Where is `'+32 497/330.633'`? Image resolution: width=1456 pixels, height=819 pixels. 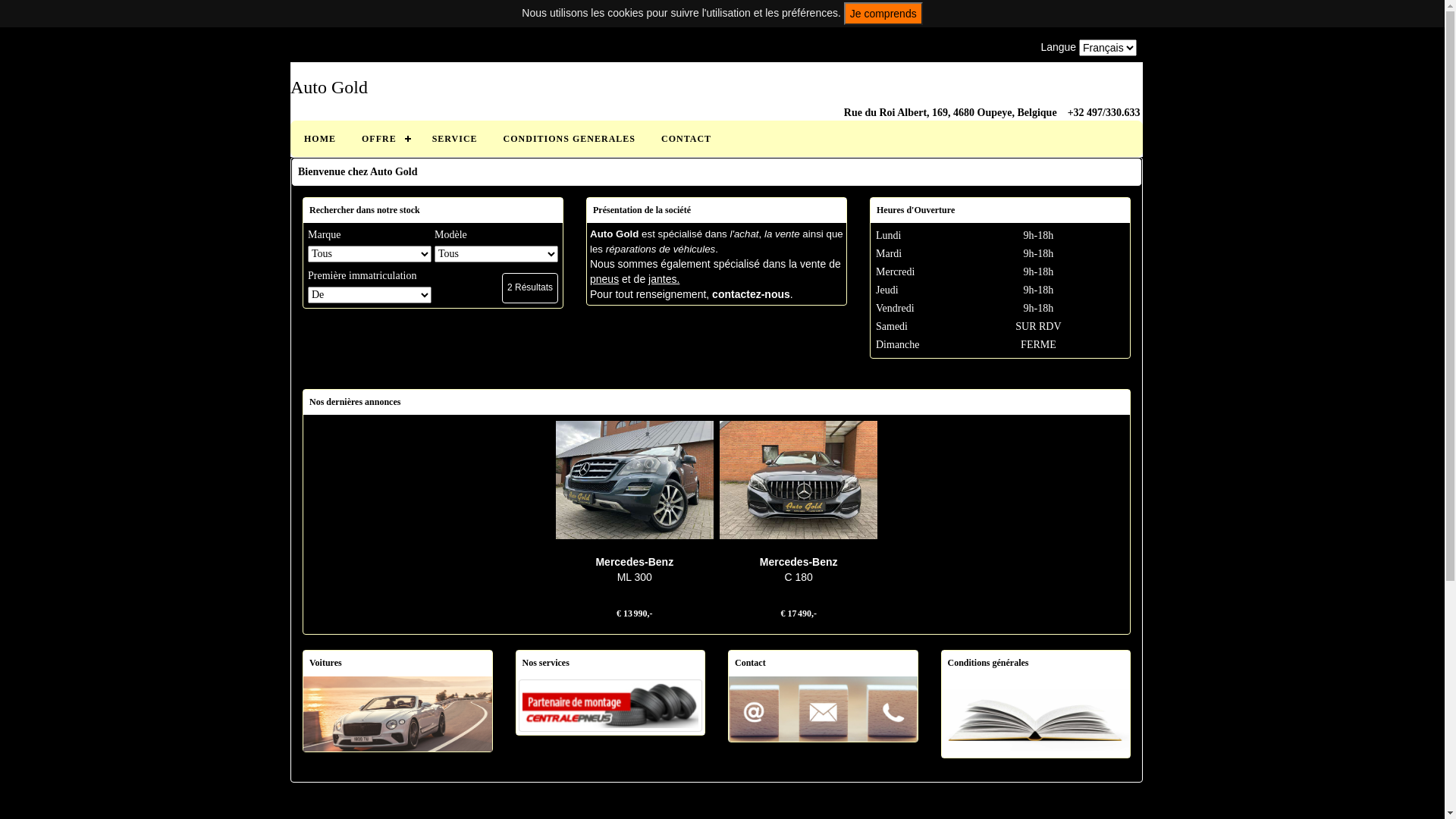
'+32 497/330.633' is located at coordinates (1103, 112).